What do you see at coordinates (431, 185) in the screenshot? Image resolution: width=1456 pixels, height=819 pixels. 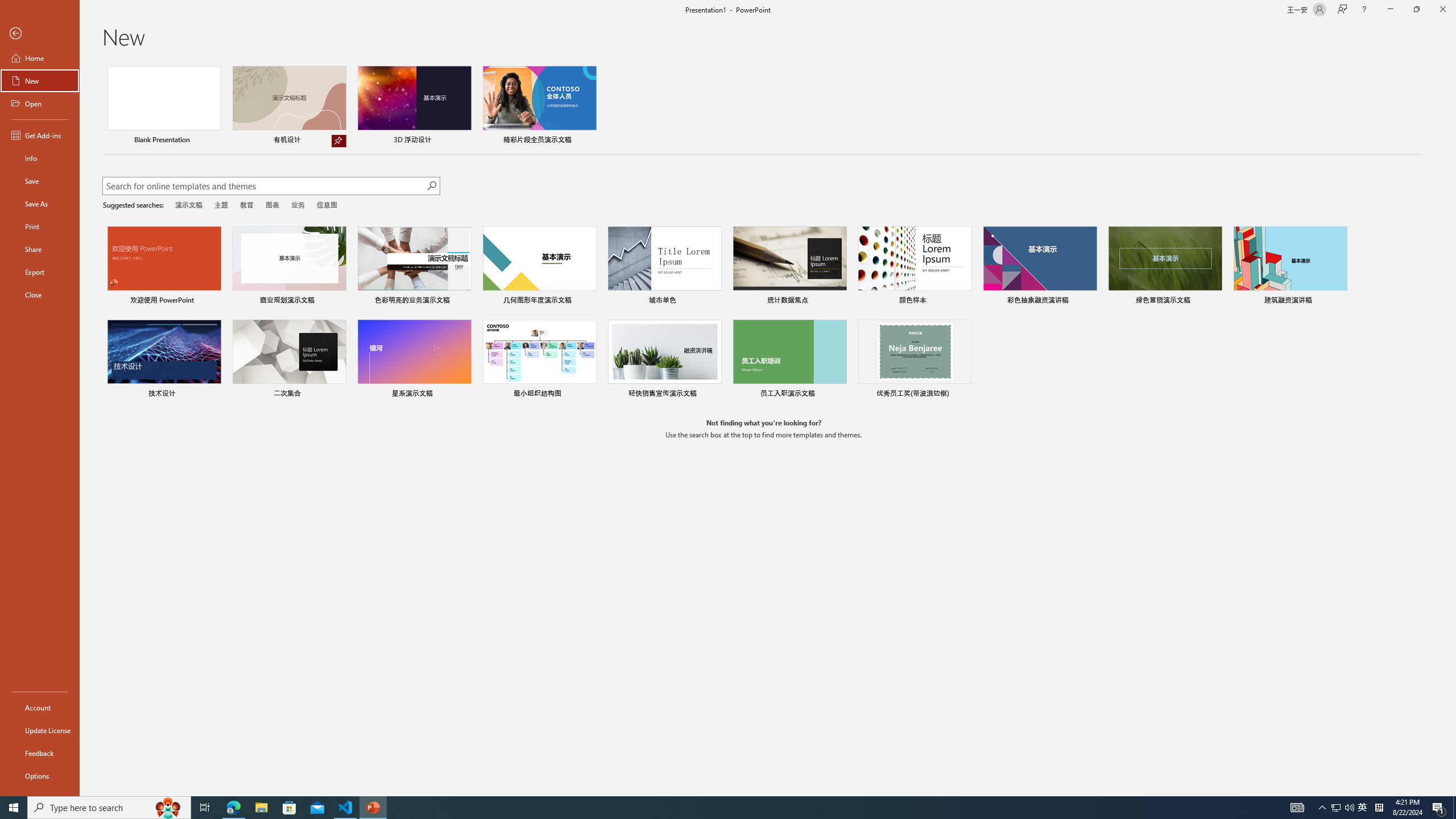 I see `'Start searching'` at bounding box center [431, 185].